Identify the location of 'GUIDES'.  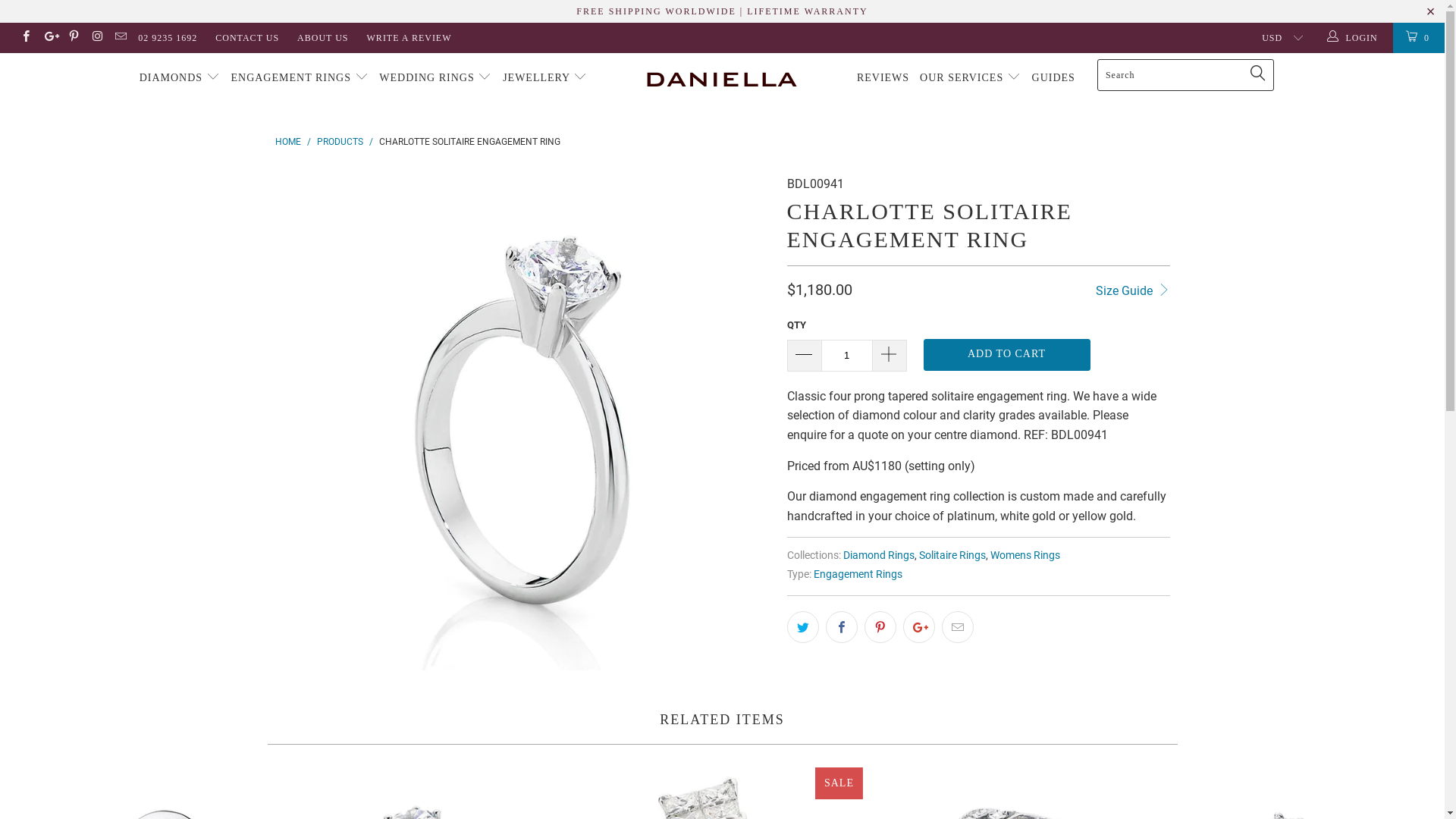
(1053, 78).